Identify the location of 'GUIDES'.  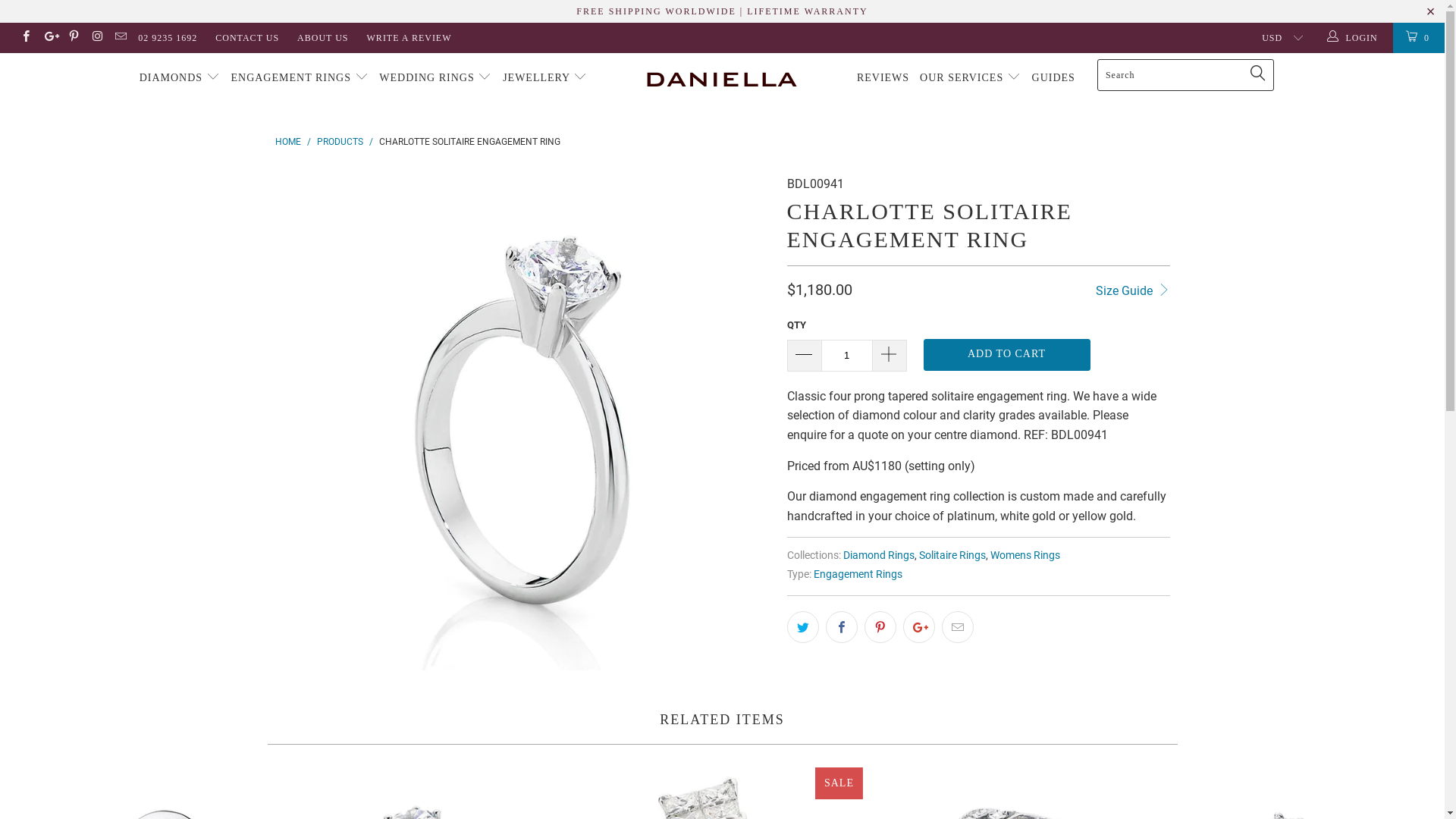
(1053, 78).